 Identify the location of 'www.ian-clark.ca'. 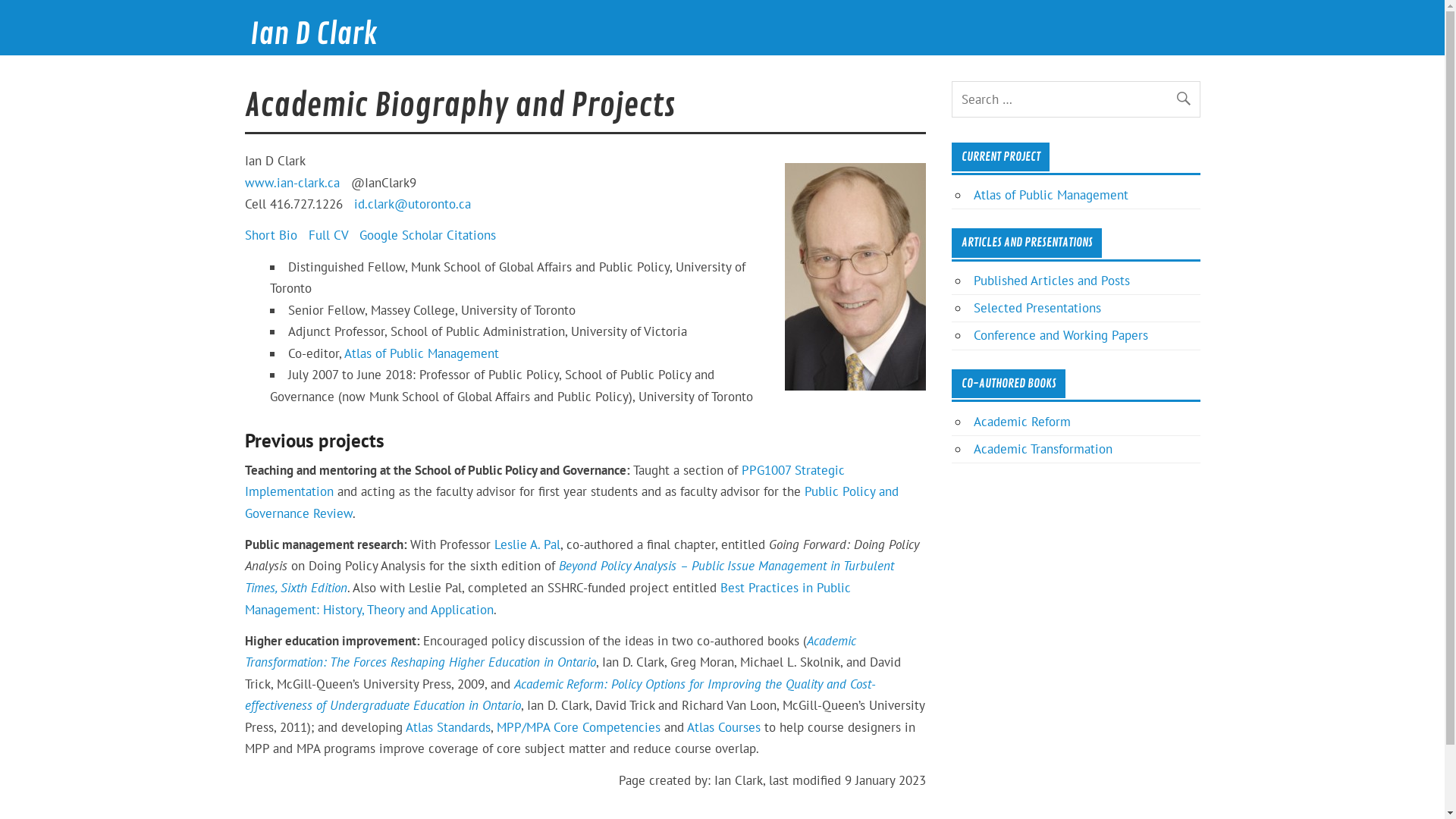
(291, 181).